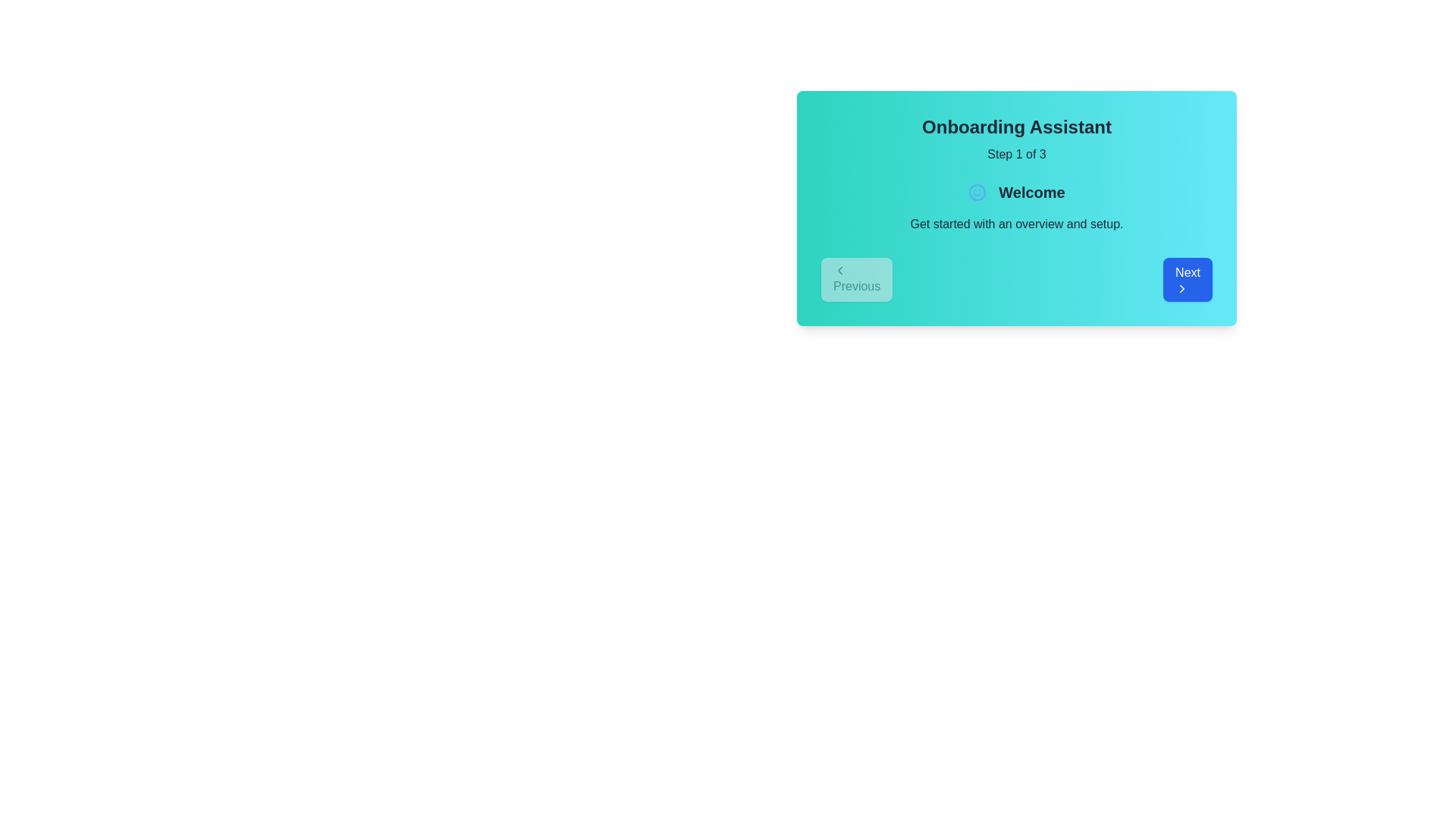  Describe the element at coordinates (1181, 289) in the screenshot. I see `the Chevron icon located to the right of the 'Next' button on the onboarding card interface, which indicates navigation to the next step in the process` at that location.